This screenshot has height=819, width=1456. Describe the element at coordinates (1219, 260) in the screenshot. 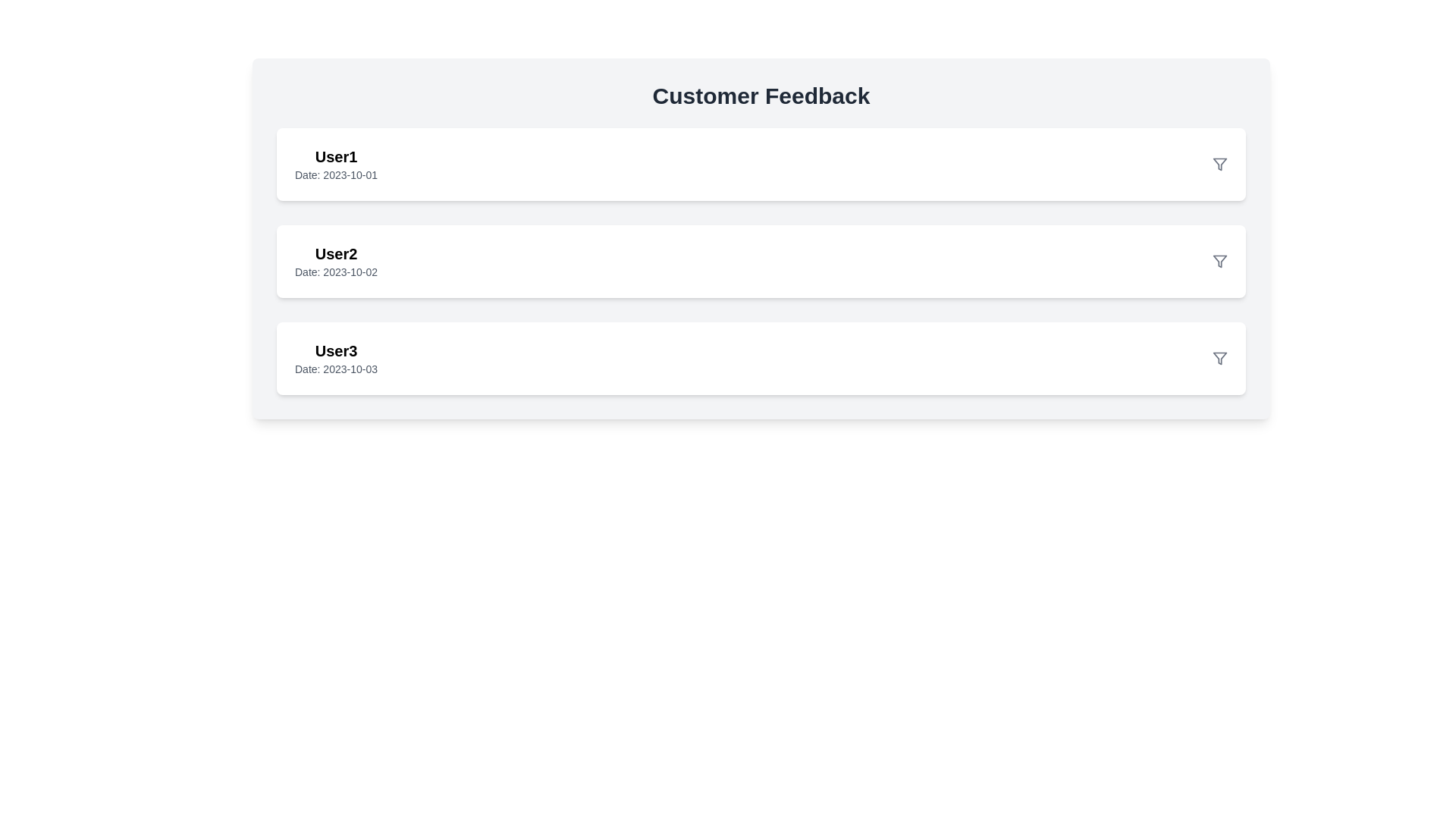

I see `the funnel icon representing the filter functionality, which is the third interactive icon from the top, located to the far-right of the user-related information panel for 'User2'` at that location.